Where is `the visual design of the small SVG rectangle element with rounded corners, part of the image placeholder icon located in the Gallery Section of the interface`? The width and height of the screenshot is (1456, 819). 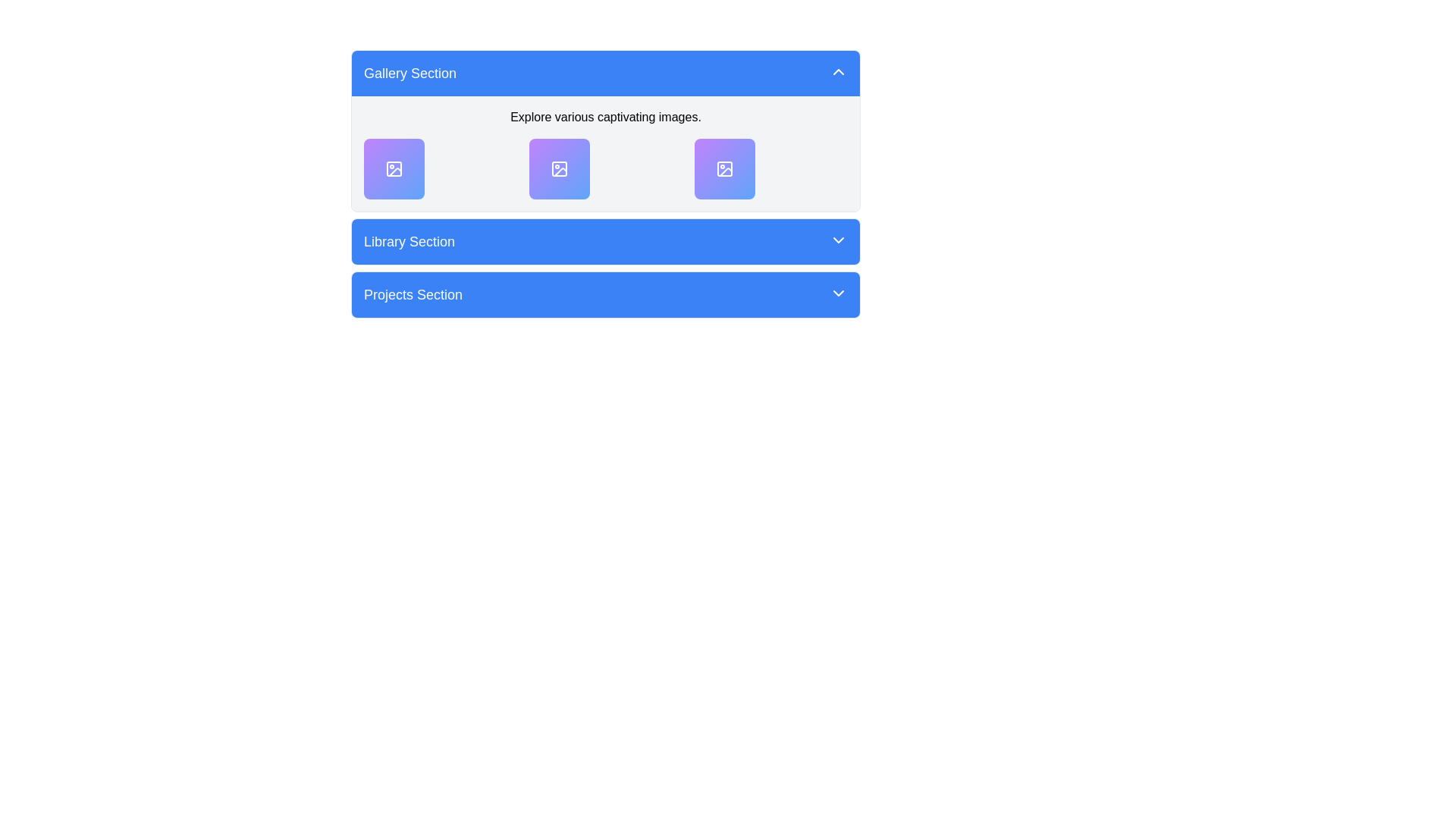 the visual design of the small SVG rectangle element with rounded corners, part of the image placeholder icon located in the Gallery Section of the interface is located at coordinates (394, 169).